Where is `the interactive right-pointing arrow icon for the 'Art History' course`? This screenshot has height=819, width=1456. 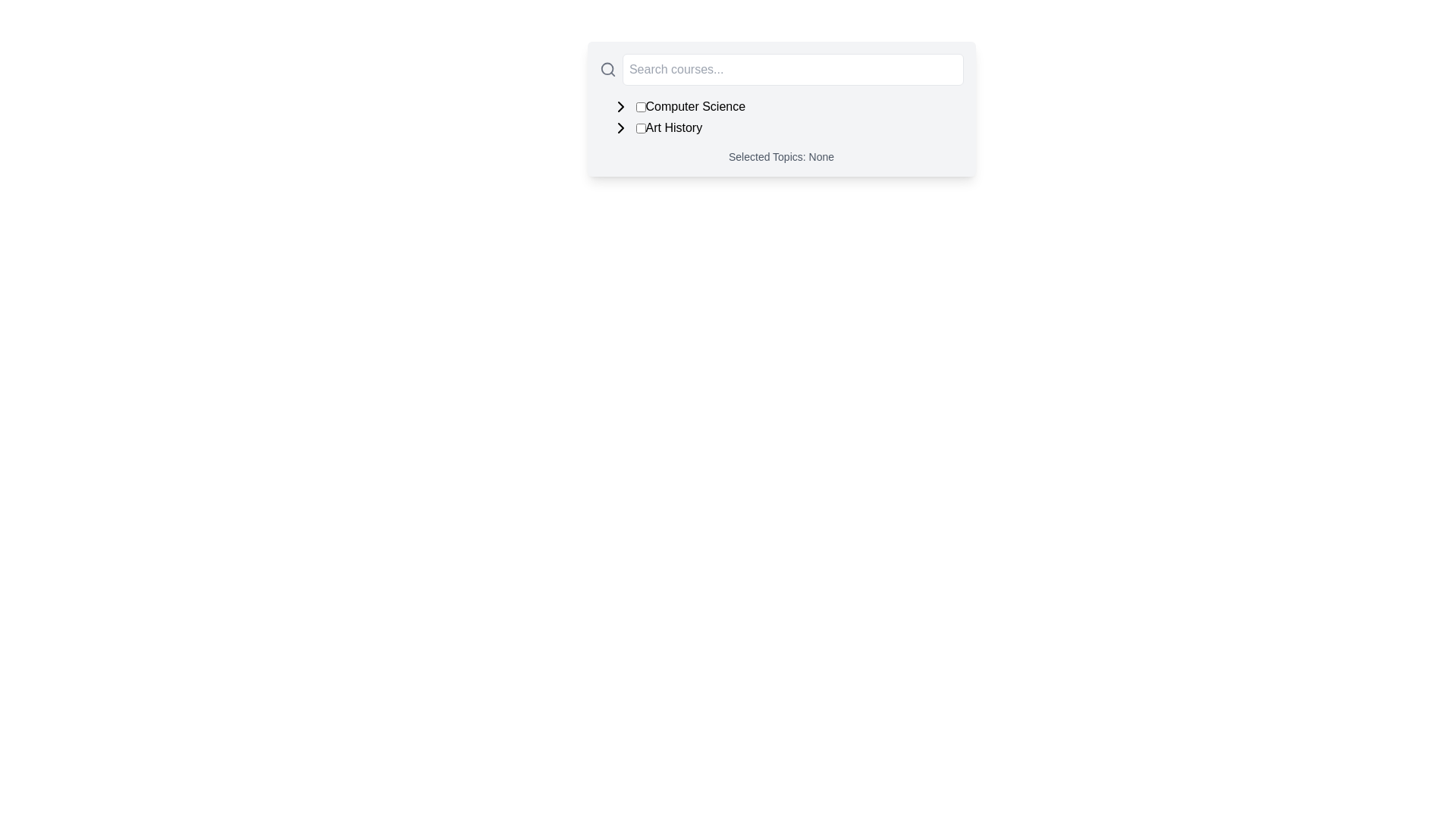
the interactive right-pointing arrow icon for the 'Art History' course is located at coordinates (620, 127).